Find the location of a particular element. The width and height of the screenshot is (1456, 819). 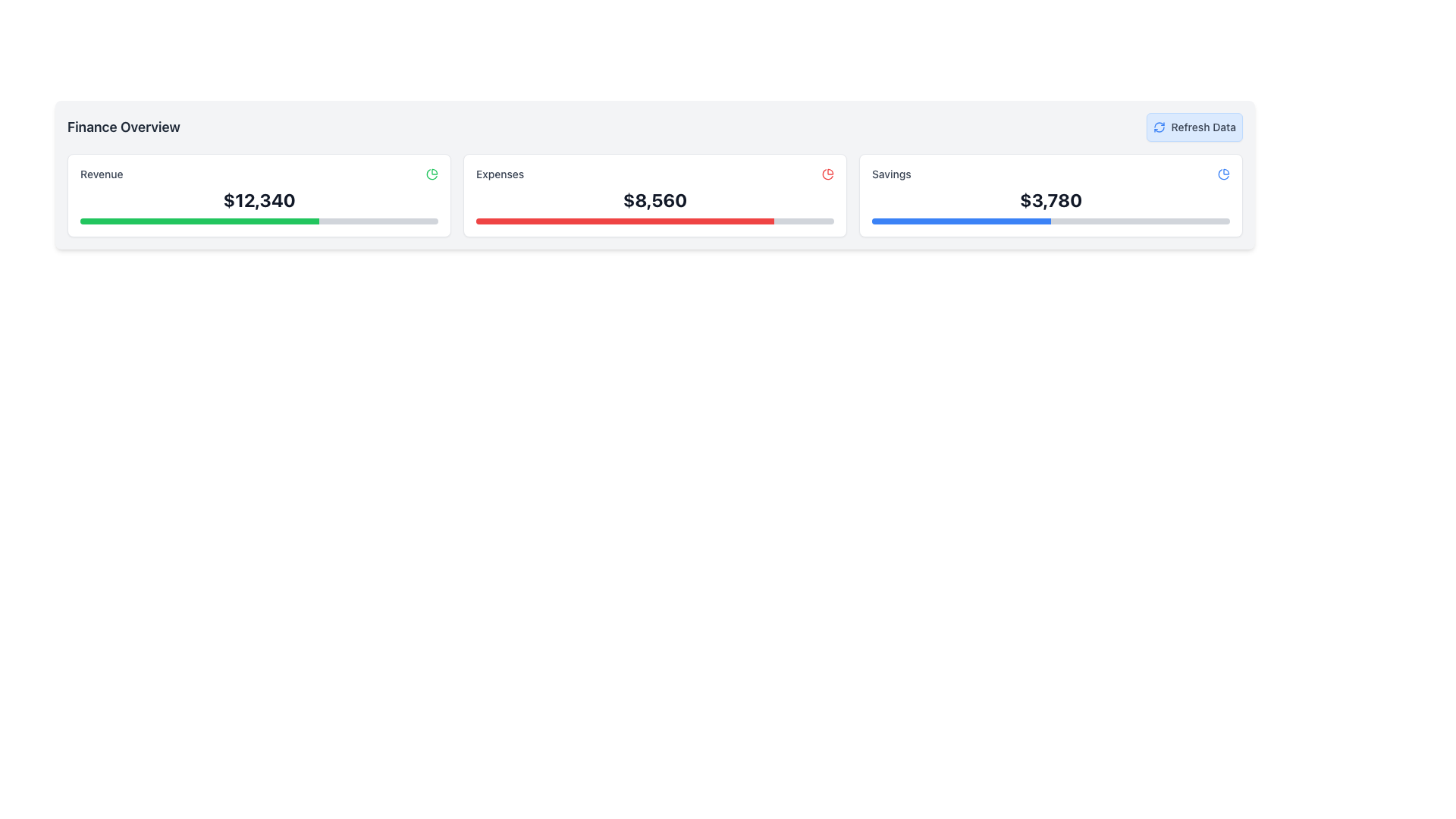

the icon representing graphical insights in the 'Revenue' section, located towards the right end of the header row of the first card displaying 'Revenue' data is located at coordinates (431, 174).